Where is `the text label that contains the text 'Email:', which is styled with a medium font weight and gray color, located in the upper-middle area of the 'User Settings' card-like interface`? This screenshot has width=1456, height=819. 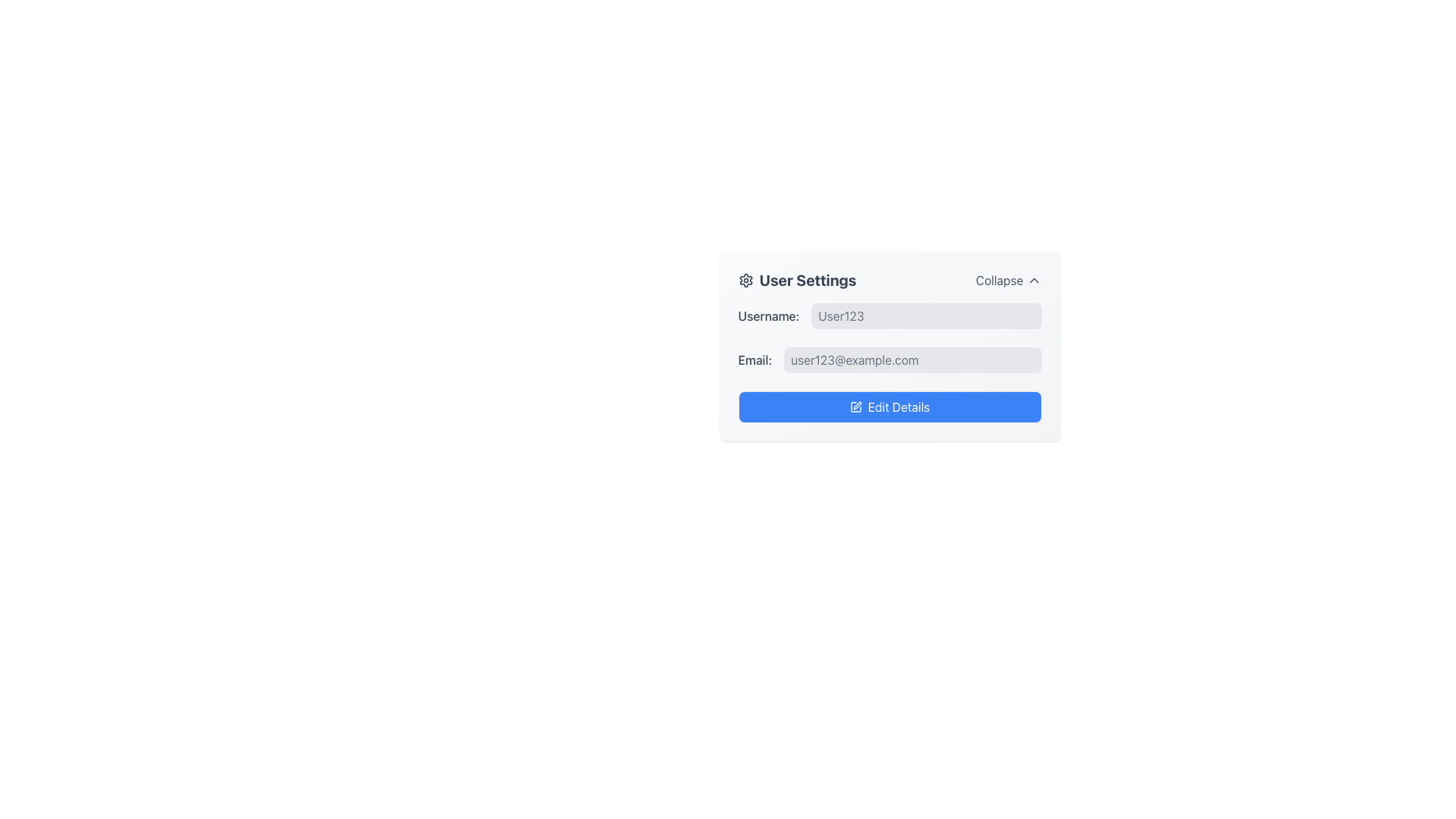
the text label that contains the text 'Email:', which is styled with a medium font weight and gray color, located in the upper-middle area of the 'User Settings' card-like interface is located at coordinates (755, 359).